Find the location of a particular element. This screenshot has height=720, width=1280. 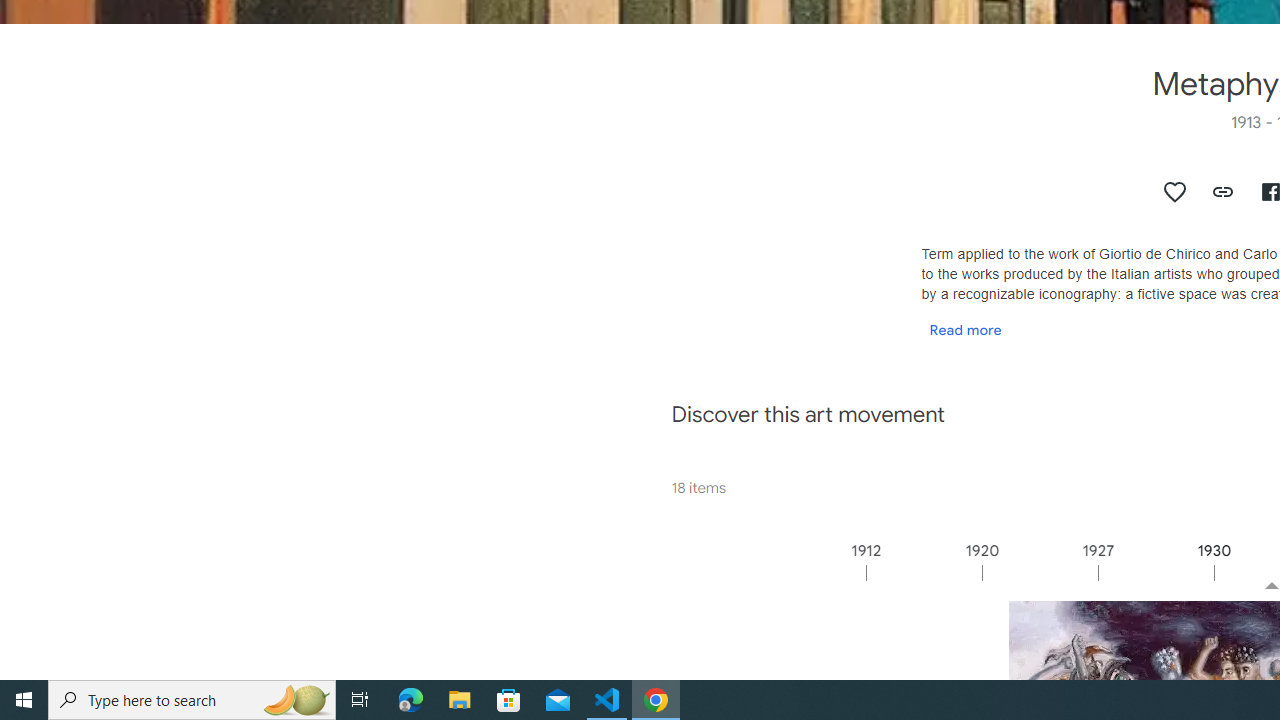

'Copy Link' is located at coordinates (1222, 191).